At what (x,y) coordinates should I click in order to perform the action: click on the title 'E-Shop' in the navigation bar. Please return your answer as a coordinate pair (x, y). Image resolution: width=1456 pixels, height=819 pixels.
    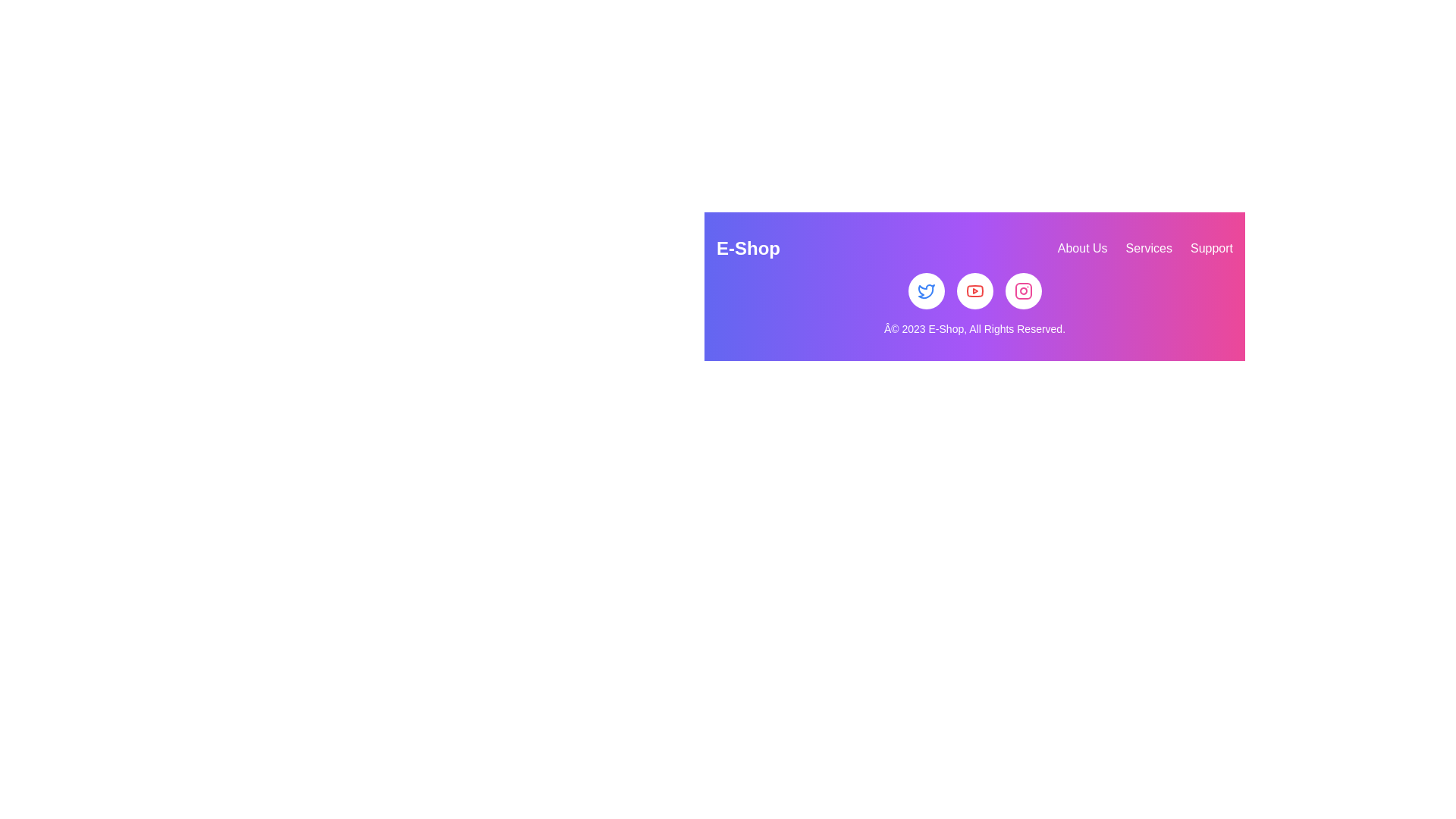
    Looking at the image, I should click on (974, 247).